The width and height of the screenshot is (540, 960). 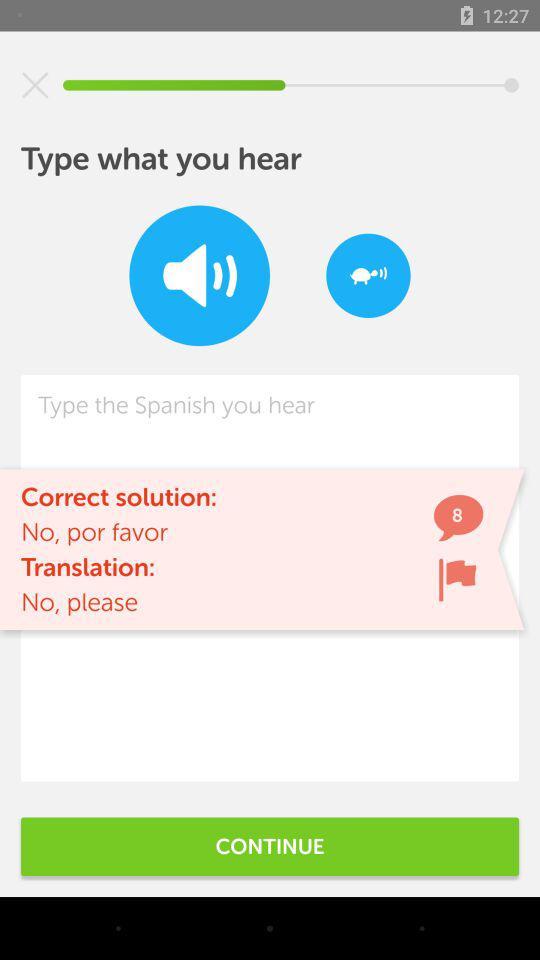 What do you see at coordinates (199, 274) in the screenshot?
I see `sound option` at bounding box center [199, 274].